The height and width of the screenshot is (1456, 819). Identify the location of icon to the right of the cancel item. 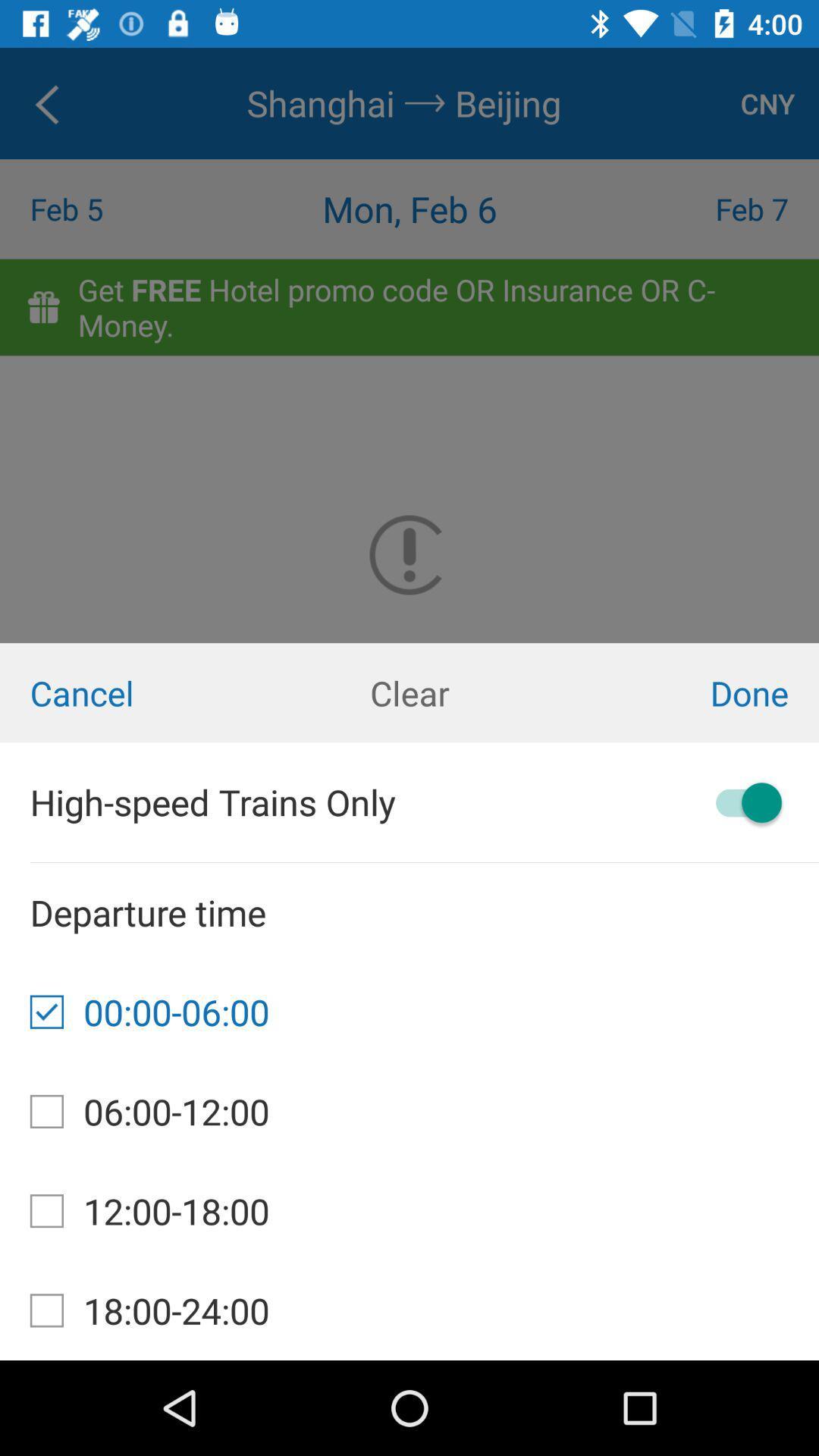
(409, 692).